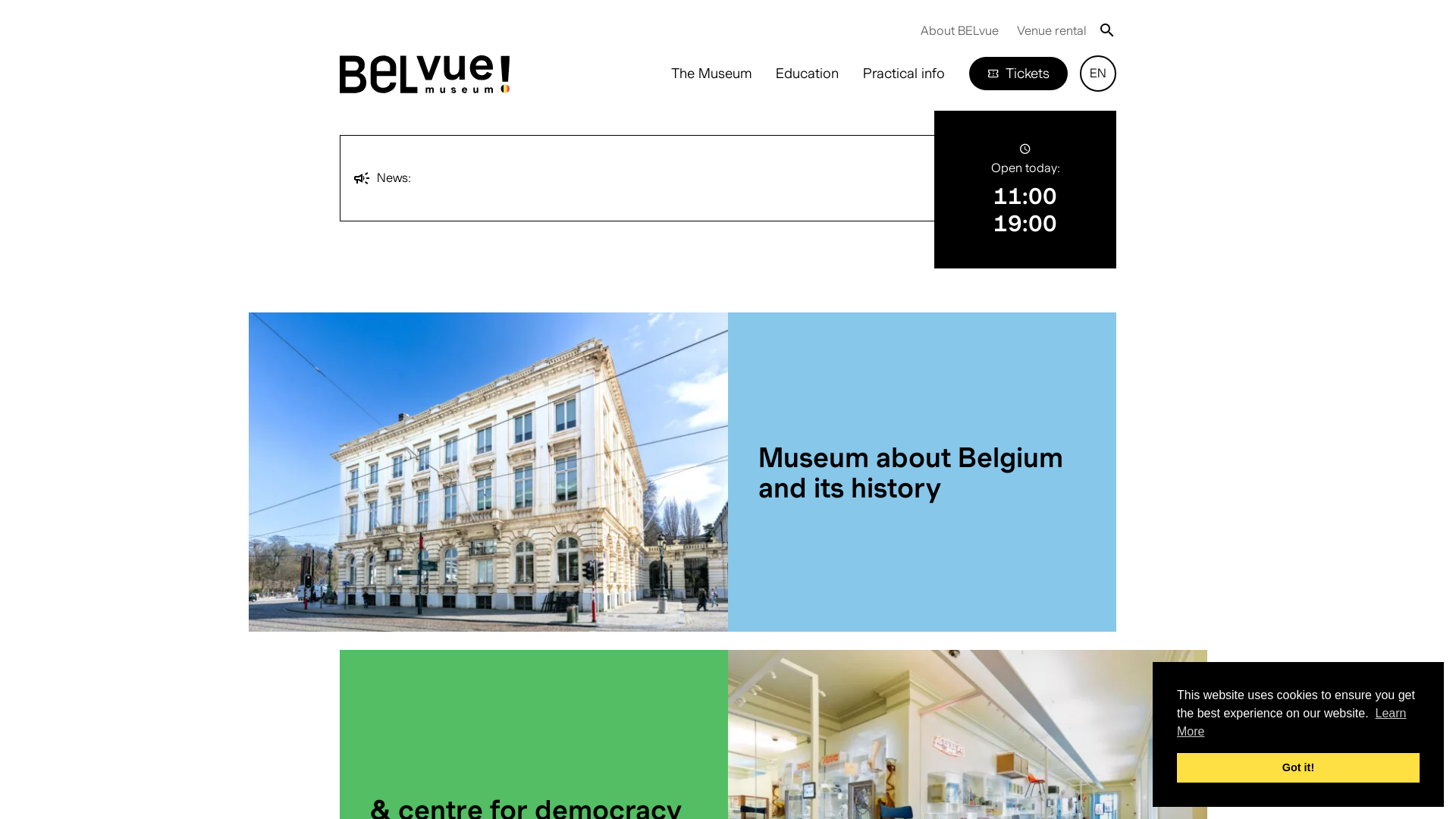 Image resolution: width=1456 pixels, height=819 pixels. What do you see at coordinates (806, 73) in the screenshot?
I see `'Education'` at bounding box center [806, 73].